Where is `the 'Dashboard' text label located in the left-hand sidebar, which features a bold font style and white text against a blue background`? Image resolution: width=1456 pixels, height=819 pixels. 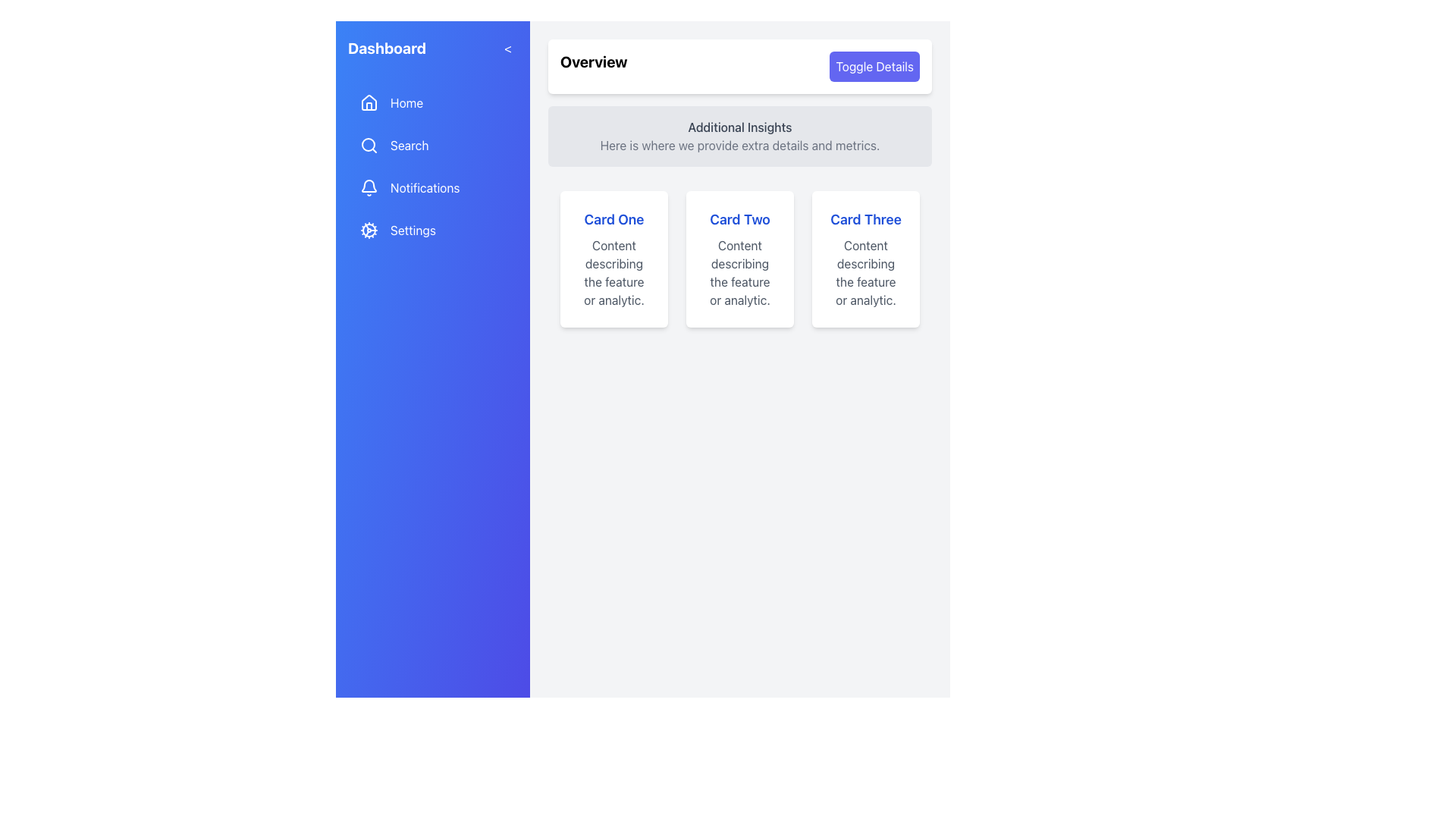 the 'Dashboard' text label located in the left-hand sidebar, which features a bold font style and white text against a blue background is located at coordinates (387, 48).